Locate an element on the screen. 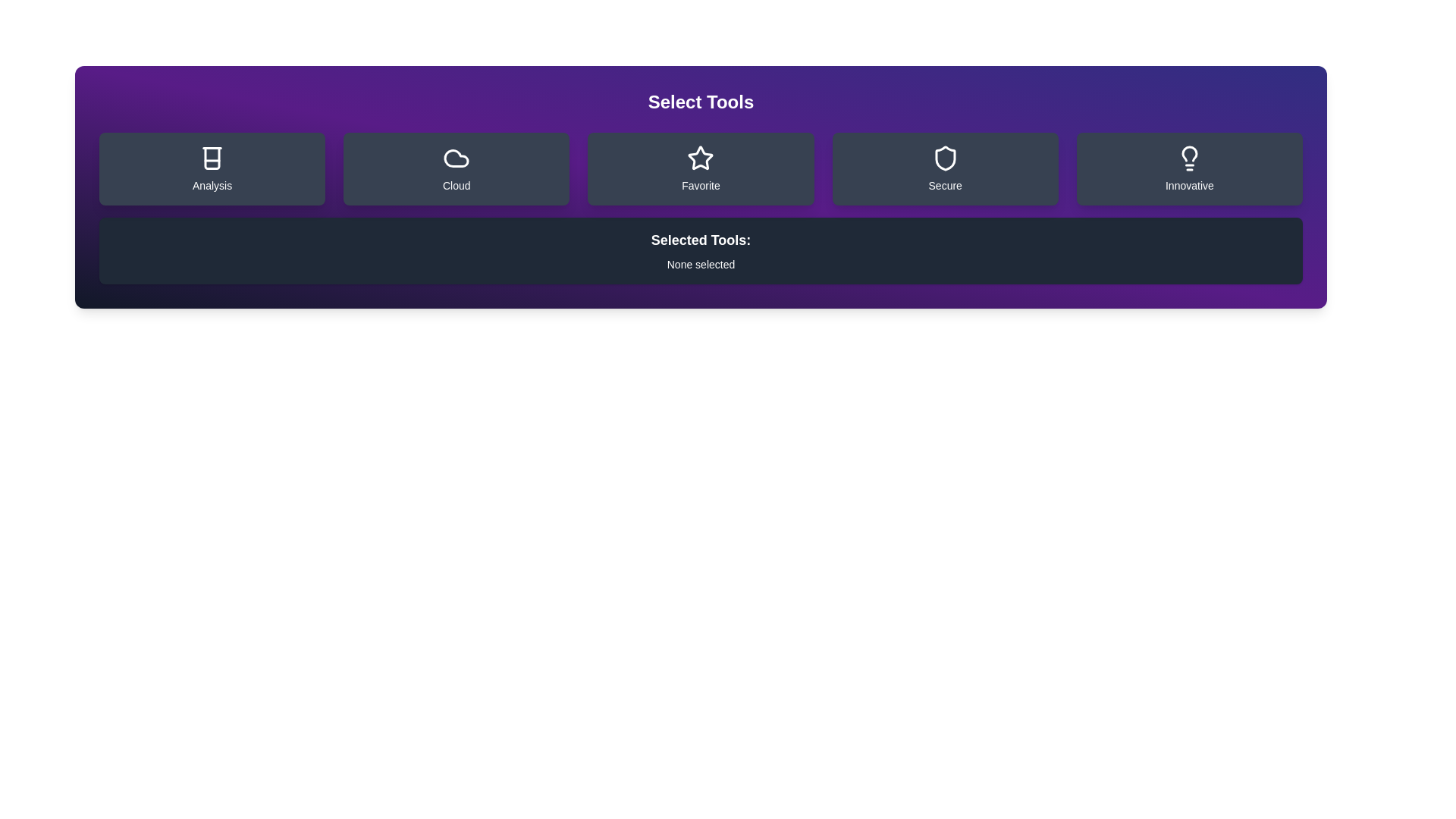  the text label that describes the associated card for 'Analysis', located at the bottom section of the card, centered horizontally below a beaker icon is located at coordinates (212, 185).